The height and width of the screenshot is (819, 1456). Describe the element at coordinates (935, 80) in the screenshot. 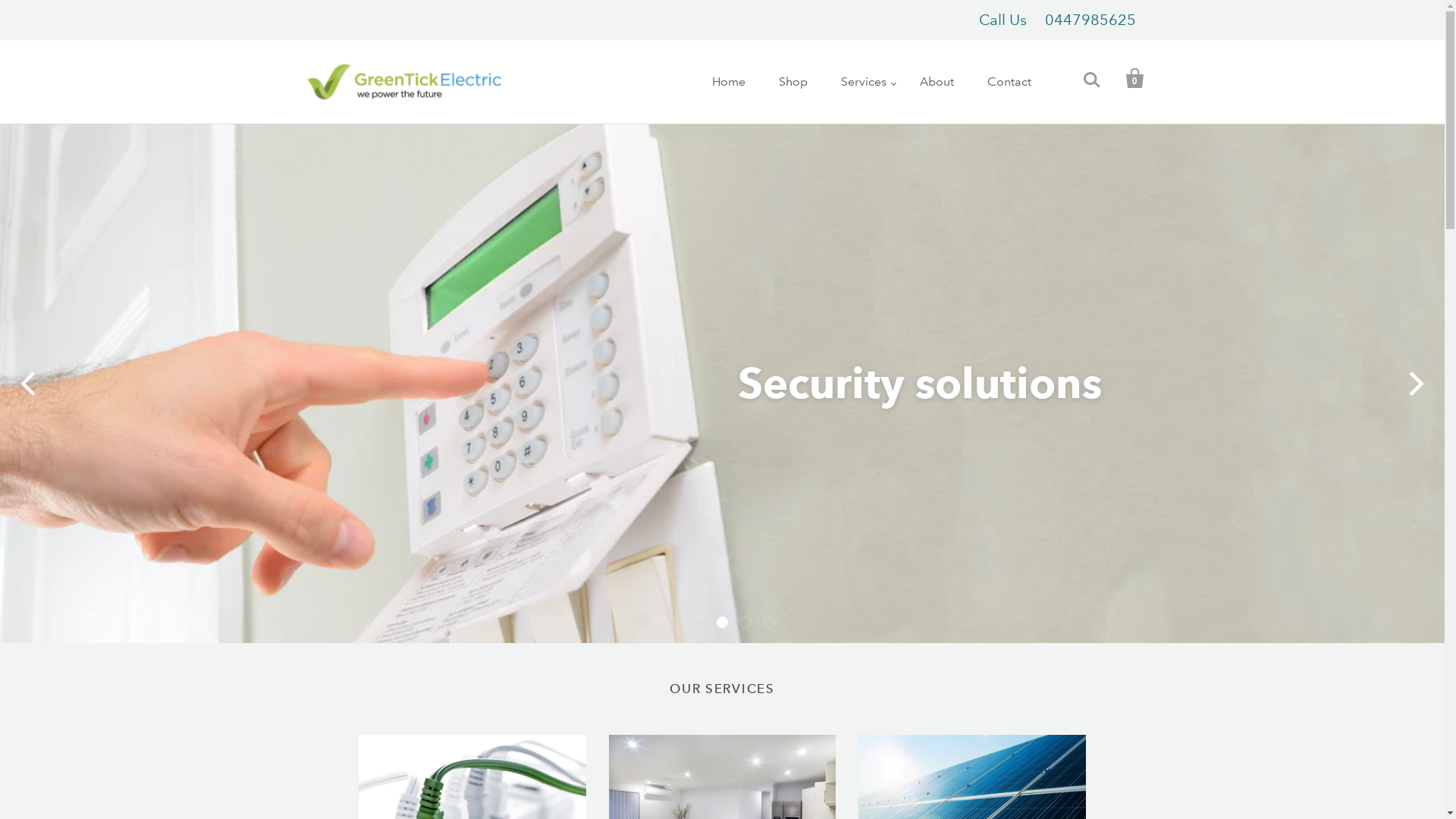

I see `'About'` at that location.